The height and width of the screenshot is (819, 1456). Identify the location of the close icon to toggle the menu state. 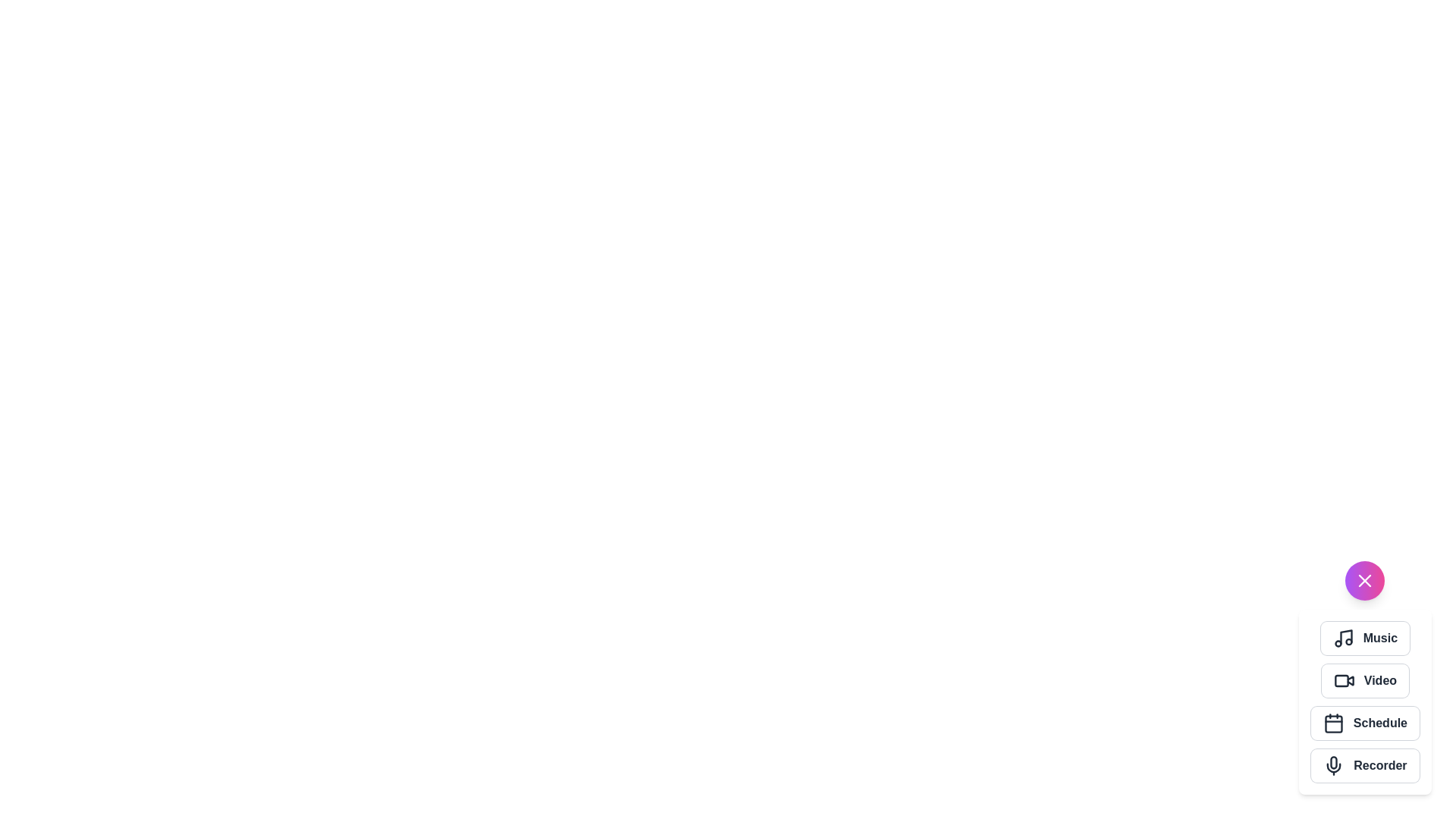
(1365, 580).